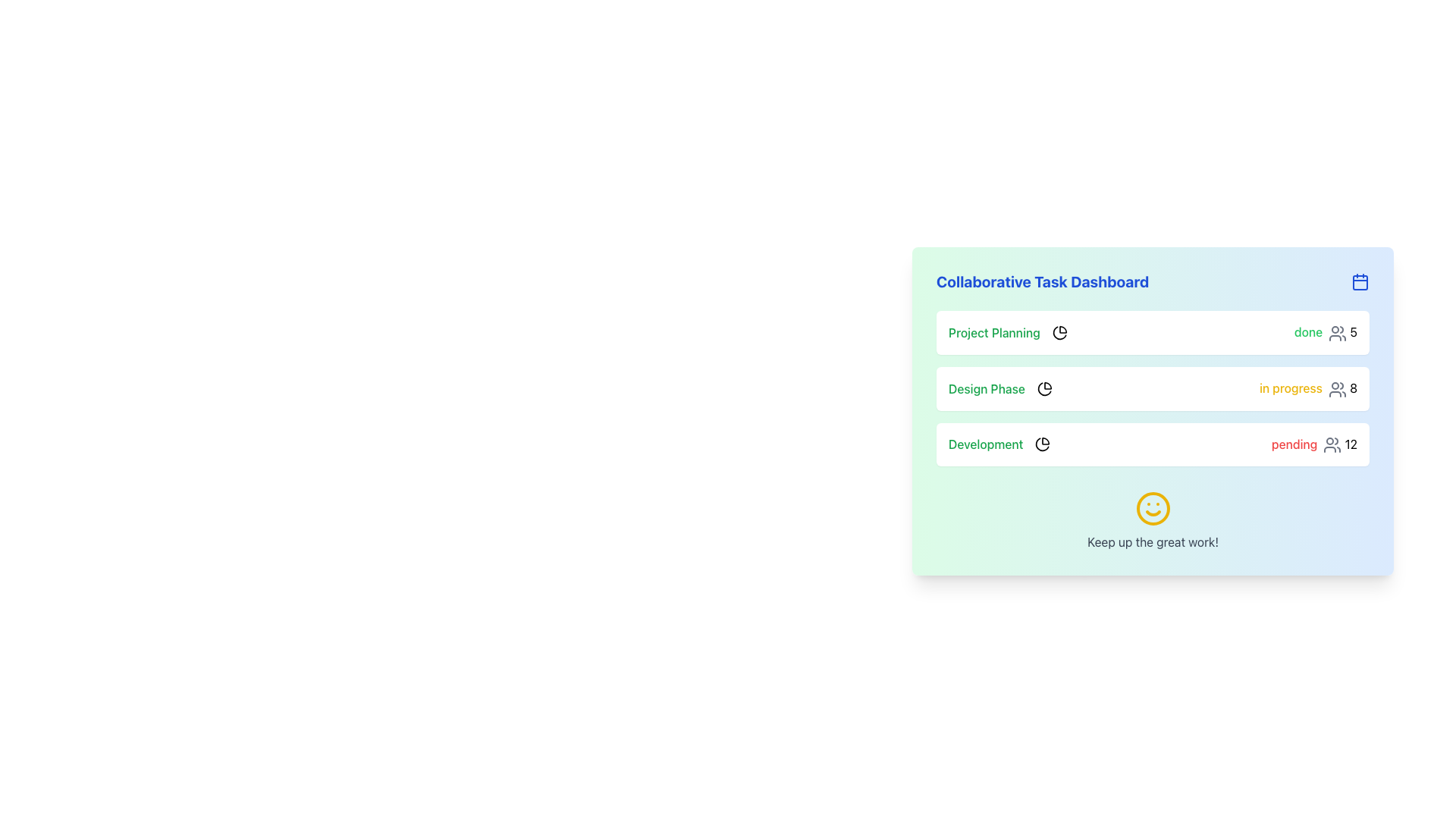 This screenshot has width=1456, height=819. What do you see at coordinates (986, 444) in the screenshot?
I see `the static text label displaying the word 'Development', which is the third item in a vertically arranged list of task statuses` at bounding box center [986, 444].